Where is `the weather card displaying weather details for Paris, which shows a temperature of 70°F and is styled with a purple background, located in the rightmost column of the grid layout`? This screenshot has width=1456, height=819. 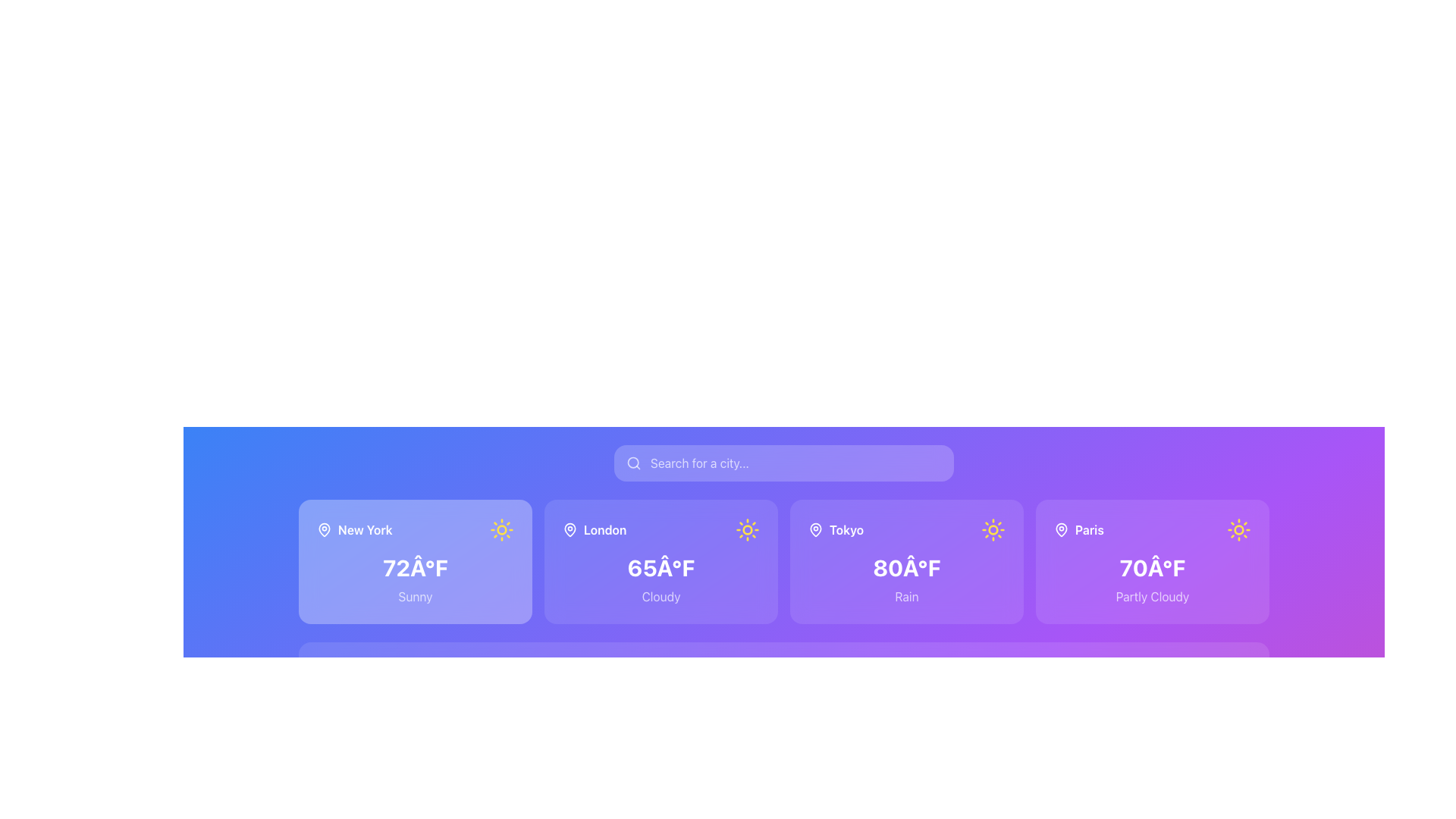
the weather card displaying weather details for Paris, which shows a temperature of 70°F and is styled with a purple background, located in the rightmost column of the grid layout is located at coordinates (1153, 561).